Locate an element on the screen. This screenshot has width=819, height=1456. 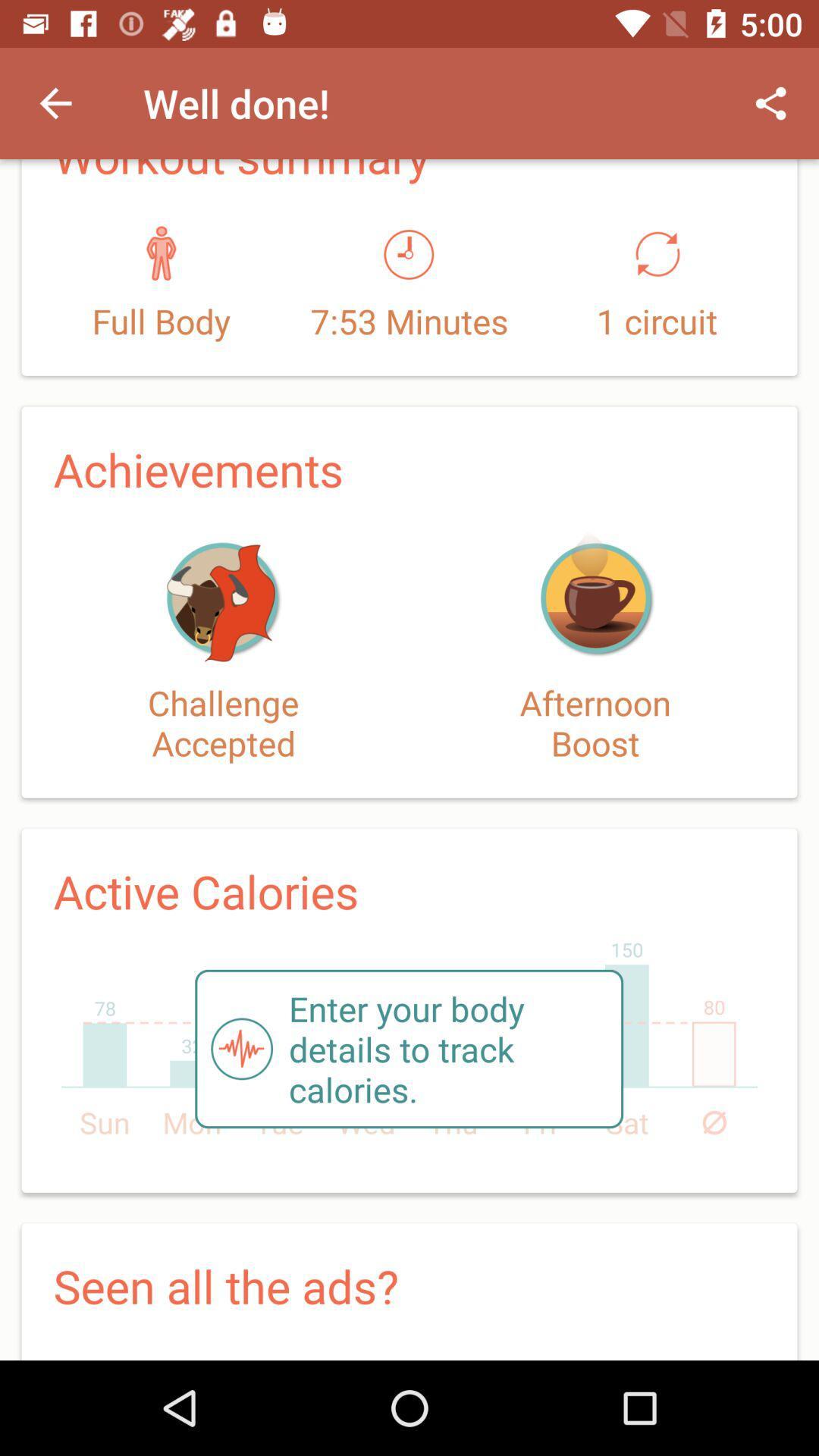
item above the workout summary item is located at coordinates (55, 102).